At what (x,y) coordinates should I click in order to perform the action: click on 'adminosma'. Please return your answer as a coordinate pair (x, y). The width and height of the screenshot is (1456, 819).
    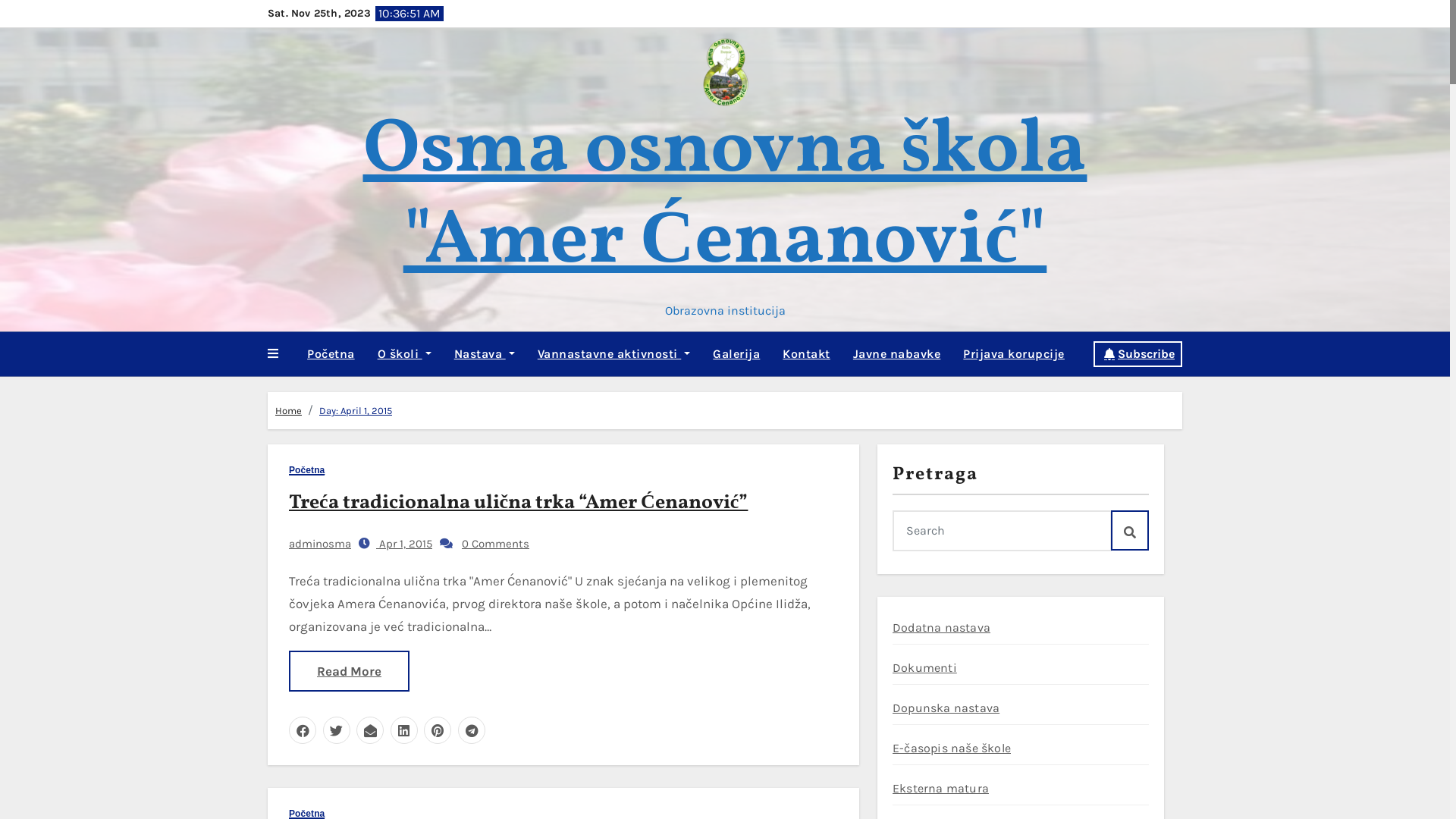
    Looking at the image, I should click on (288, 543).